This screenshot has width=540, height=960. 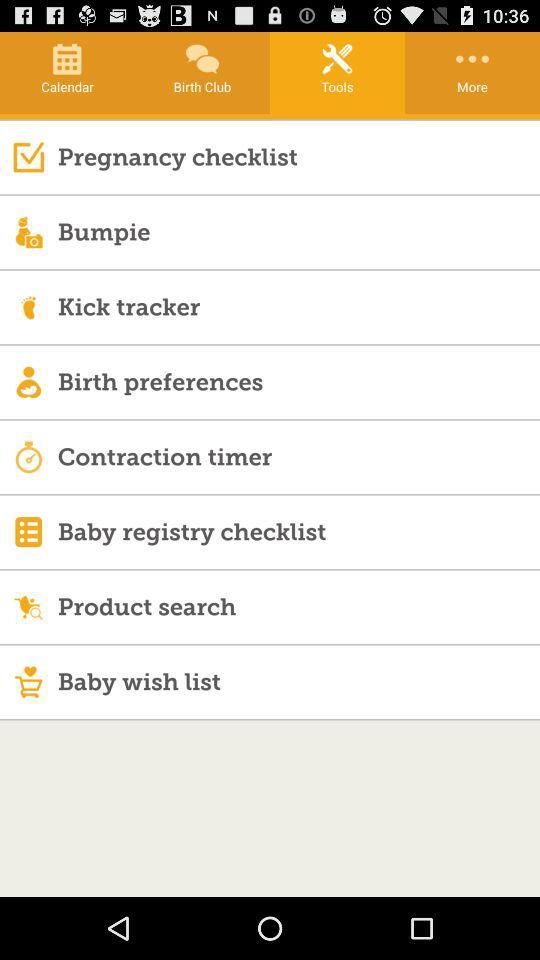 What do you see at coordinates (297, 306) in the screenshot?
I see `kick tracker icon` at bounding box center [297, 306].